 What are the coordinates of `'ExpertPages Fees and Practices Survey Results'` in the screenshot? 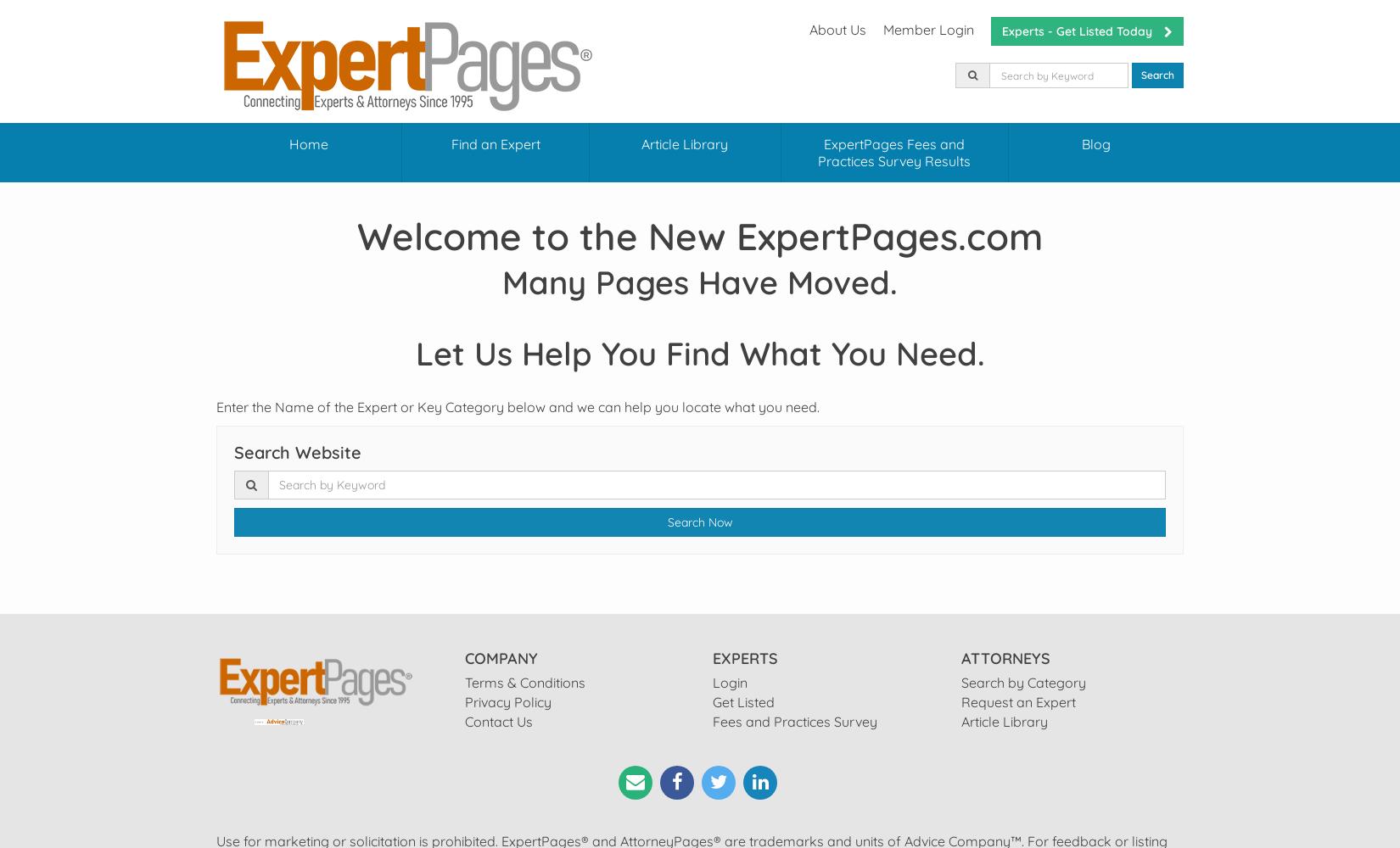 It's located at (894, 153).